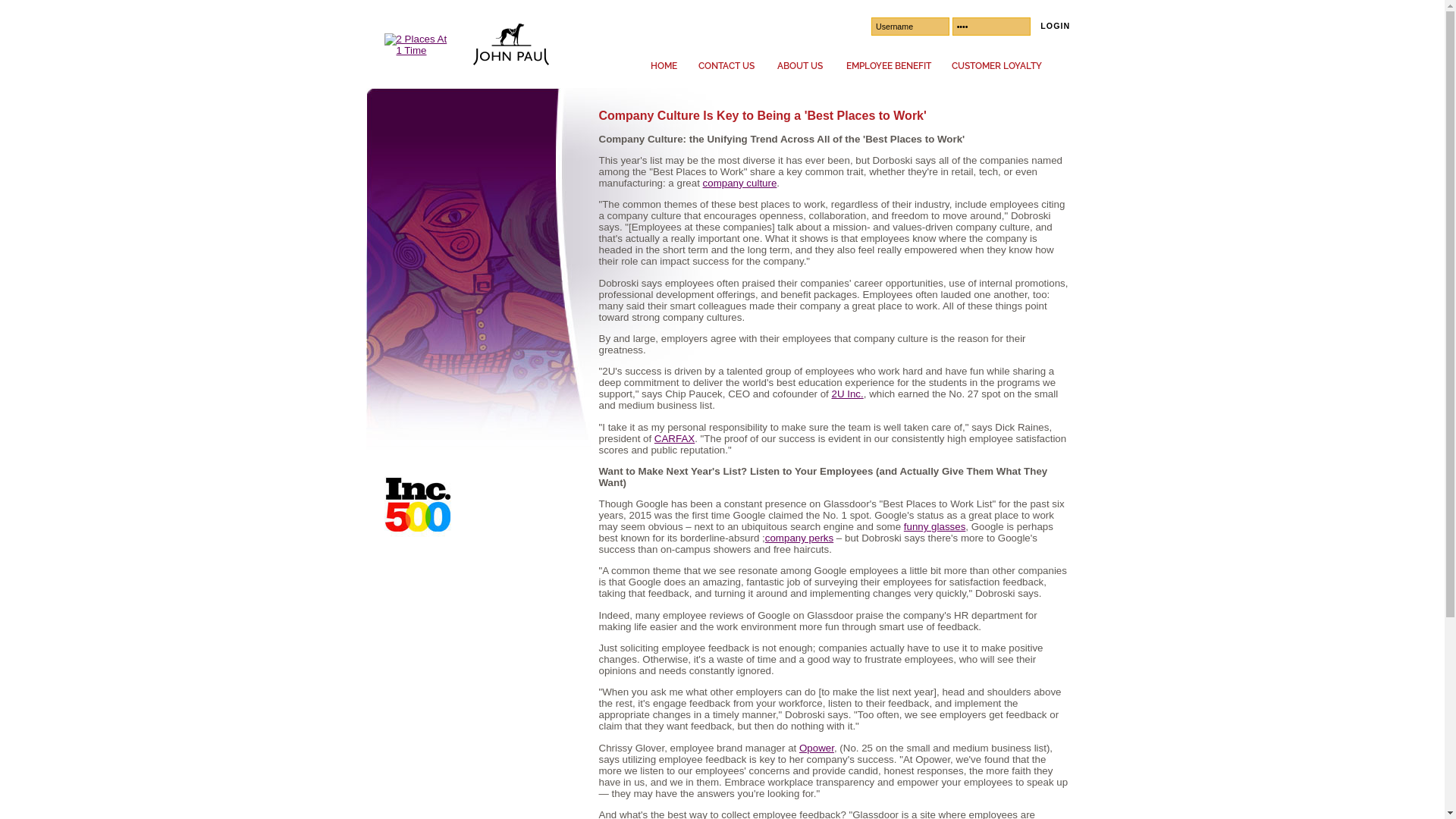 The width and height of the screenshot is (1456, 819). Describe the element at coordinates (739, 182) in the screenshot. I see `'company culture'` at that location.